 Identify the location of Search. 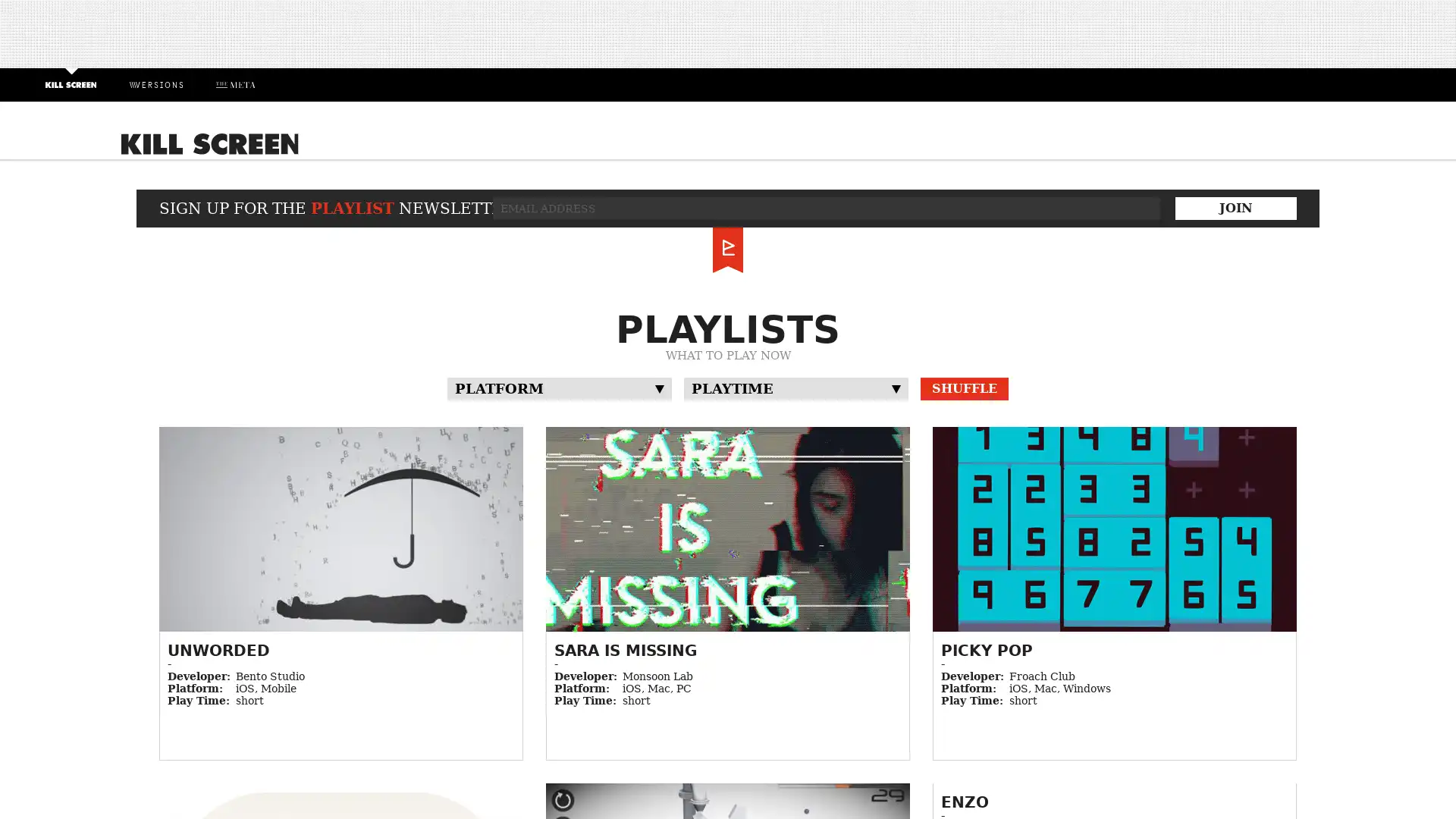
(1260, 148).